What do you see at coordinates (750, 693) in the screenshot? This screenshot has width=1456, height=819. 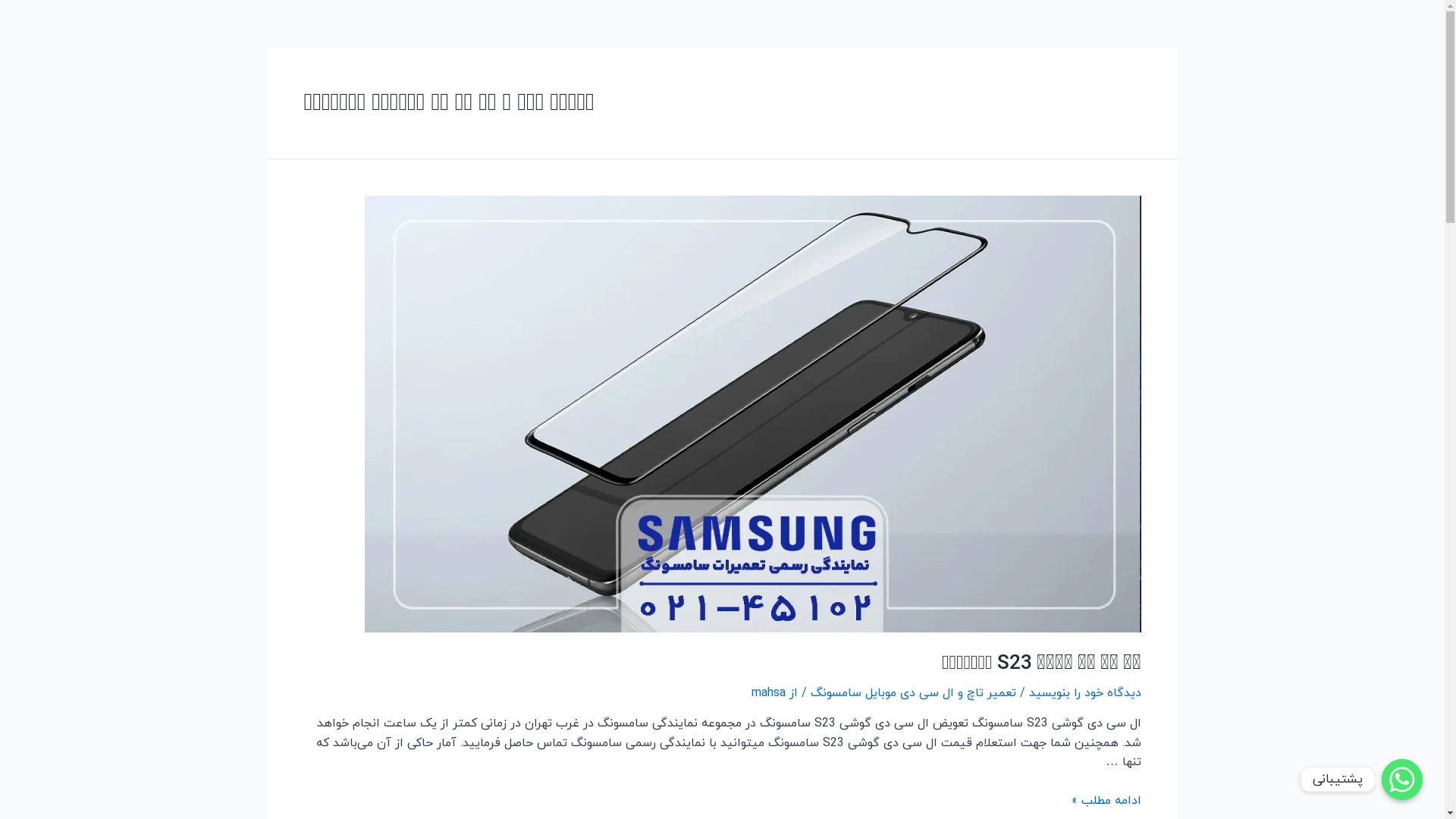 I see `'mahsa'` at bounding box center [750, 693].